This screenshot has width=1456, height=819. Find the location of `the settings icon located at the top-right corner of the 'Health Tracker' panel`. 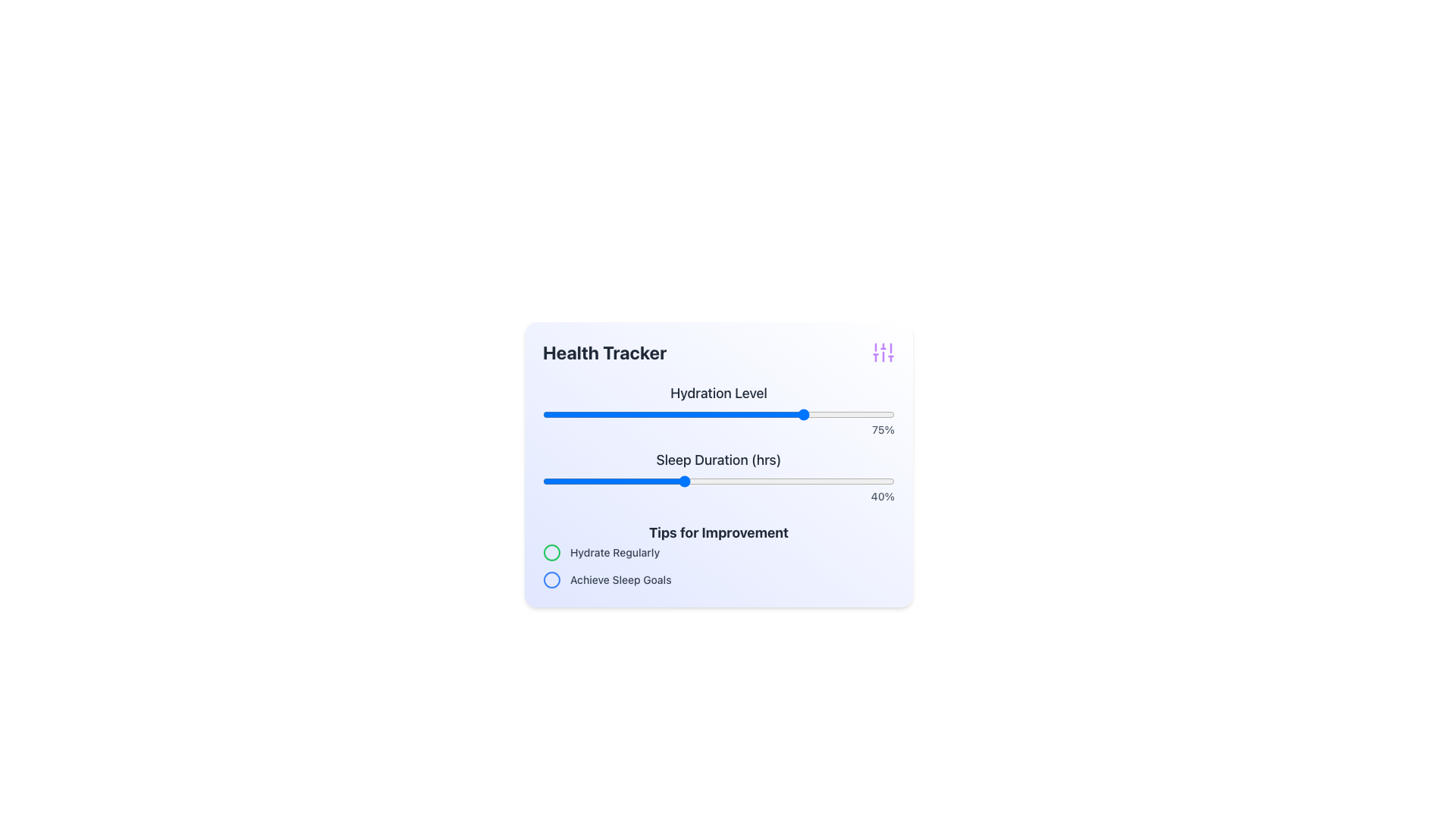

the settings icon located at the top-right corner of the 'Health Tracker' panel is located at coordinates (883, 353).